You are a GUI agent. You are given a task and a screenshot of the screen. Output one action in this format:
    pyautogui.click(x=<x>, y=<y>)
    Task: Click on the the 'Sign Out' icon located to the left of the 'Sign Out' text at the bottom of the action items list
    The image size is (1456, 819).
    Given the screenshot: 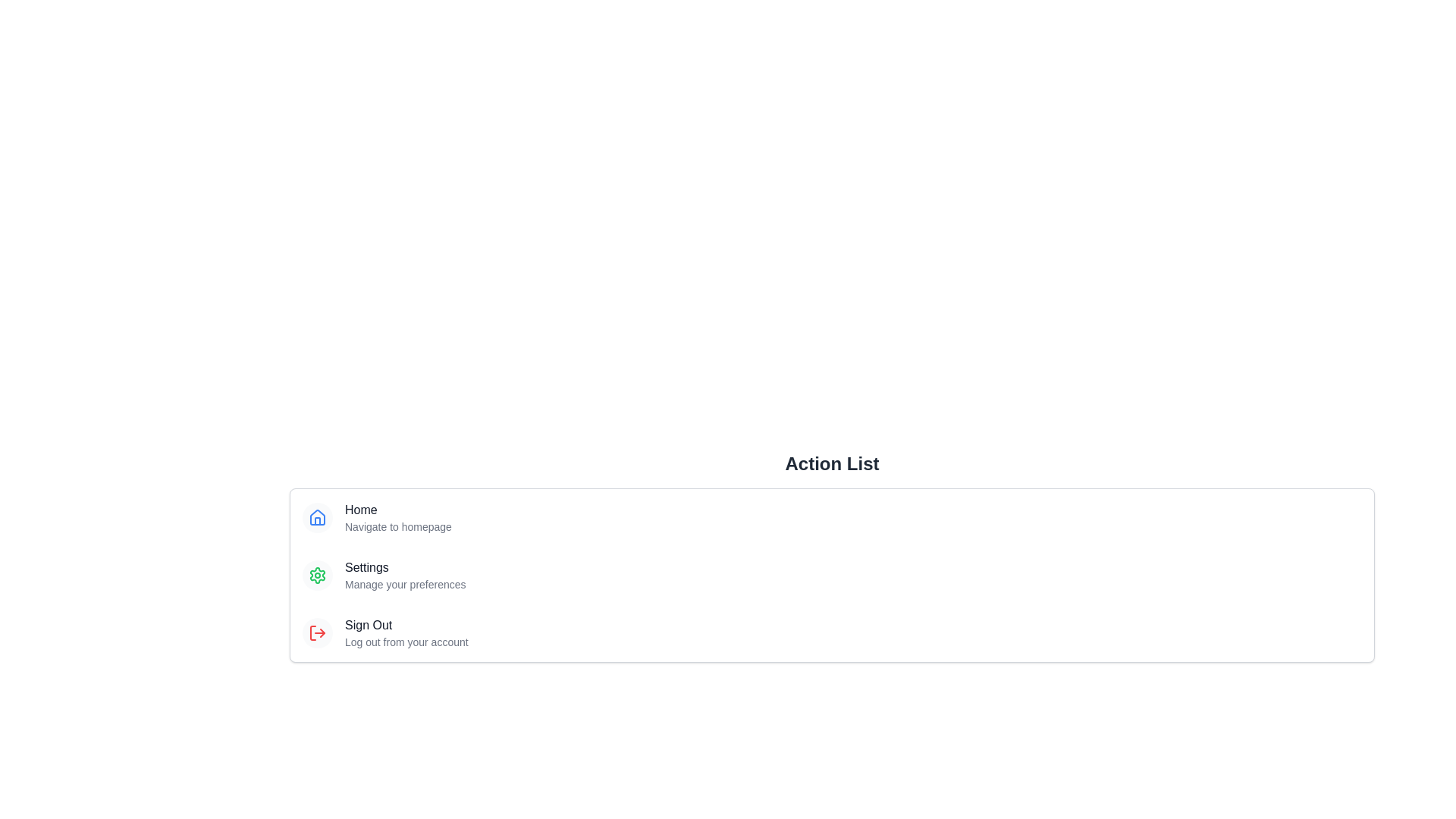 What is the action you would take?
    pyautogui.click(x=316, y=632)
    